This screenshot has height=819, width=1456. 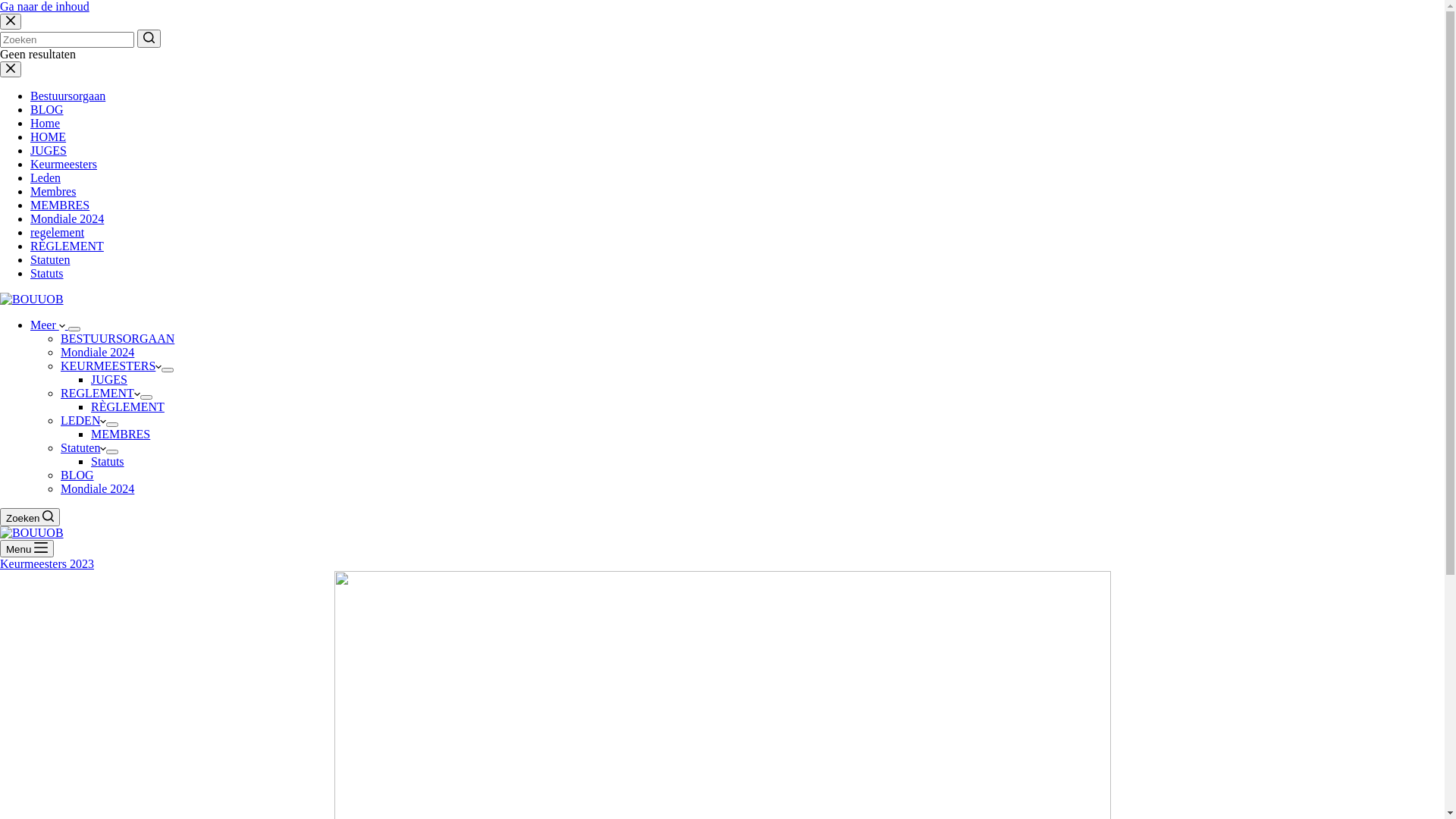 What do you see at coordinates (27, 548) in the screenshot?
I see `'Menu'` at bounding box center [27, 548].